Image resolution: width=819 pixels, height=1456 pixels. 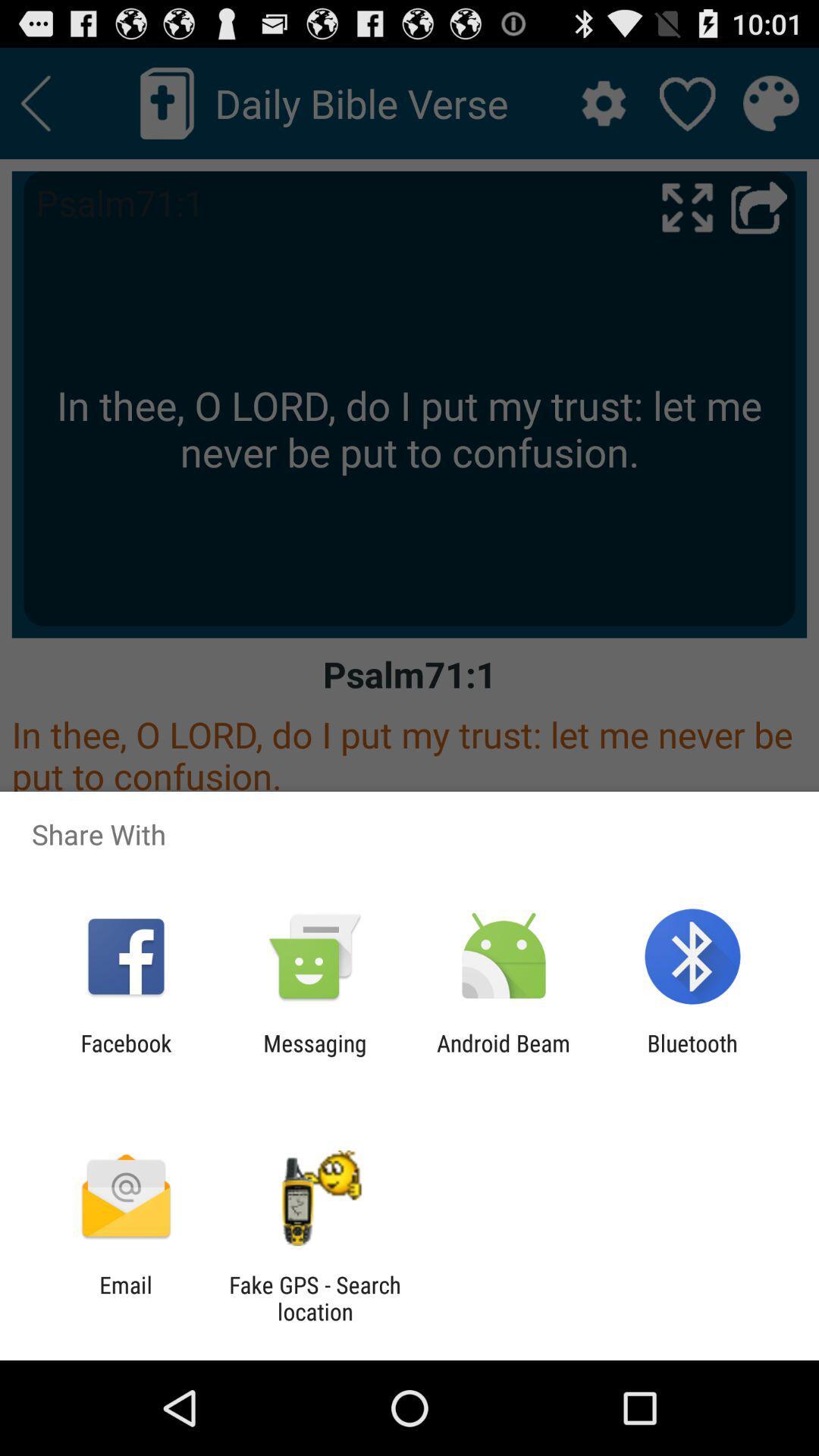 I want to click on the icon to the left of the bluetooth item, so click(x=504, y=1056).